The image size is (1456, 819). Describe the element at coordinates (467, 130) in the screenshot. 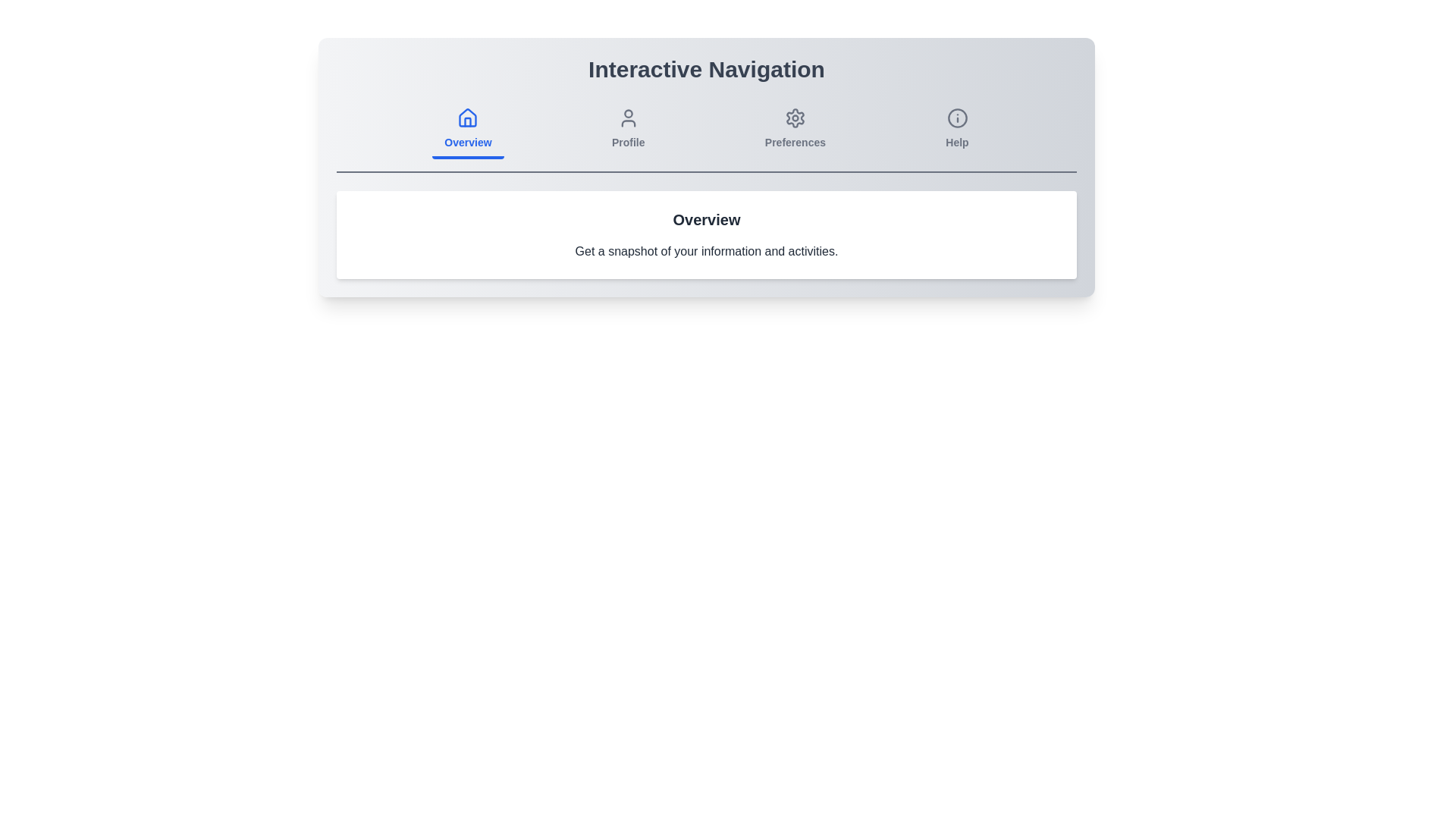

I see `the active tab labeled 'Overview'` at that location.